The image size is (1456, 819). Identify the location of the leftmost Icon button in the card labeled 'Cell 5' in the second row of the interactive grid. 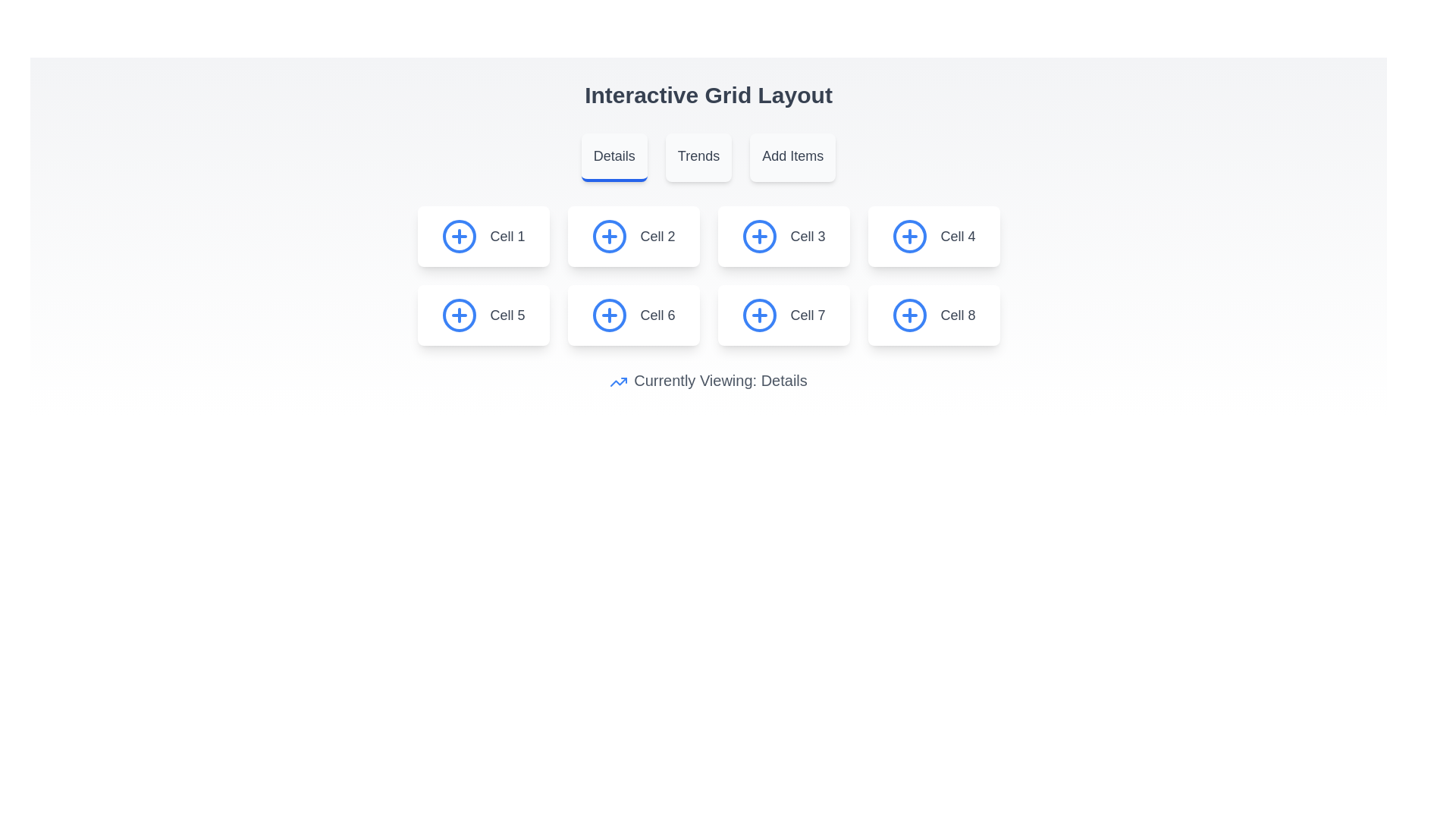
(459, 315).